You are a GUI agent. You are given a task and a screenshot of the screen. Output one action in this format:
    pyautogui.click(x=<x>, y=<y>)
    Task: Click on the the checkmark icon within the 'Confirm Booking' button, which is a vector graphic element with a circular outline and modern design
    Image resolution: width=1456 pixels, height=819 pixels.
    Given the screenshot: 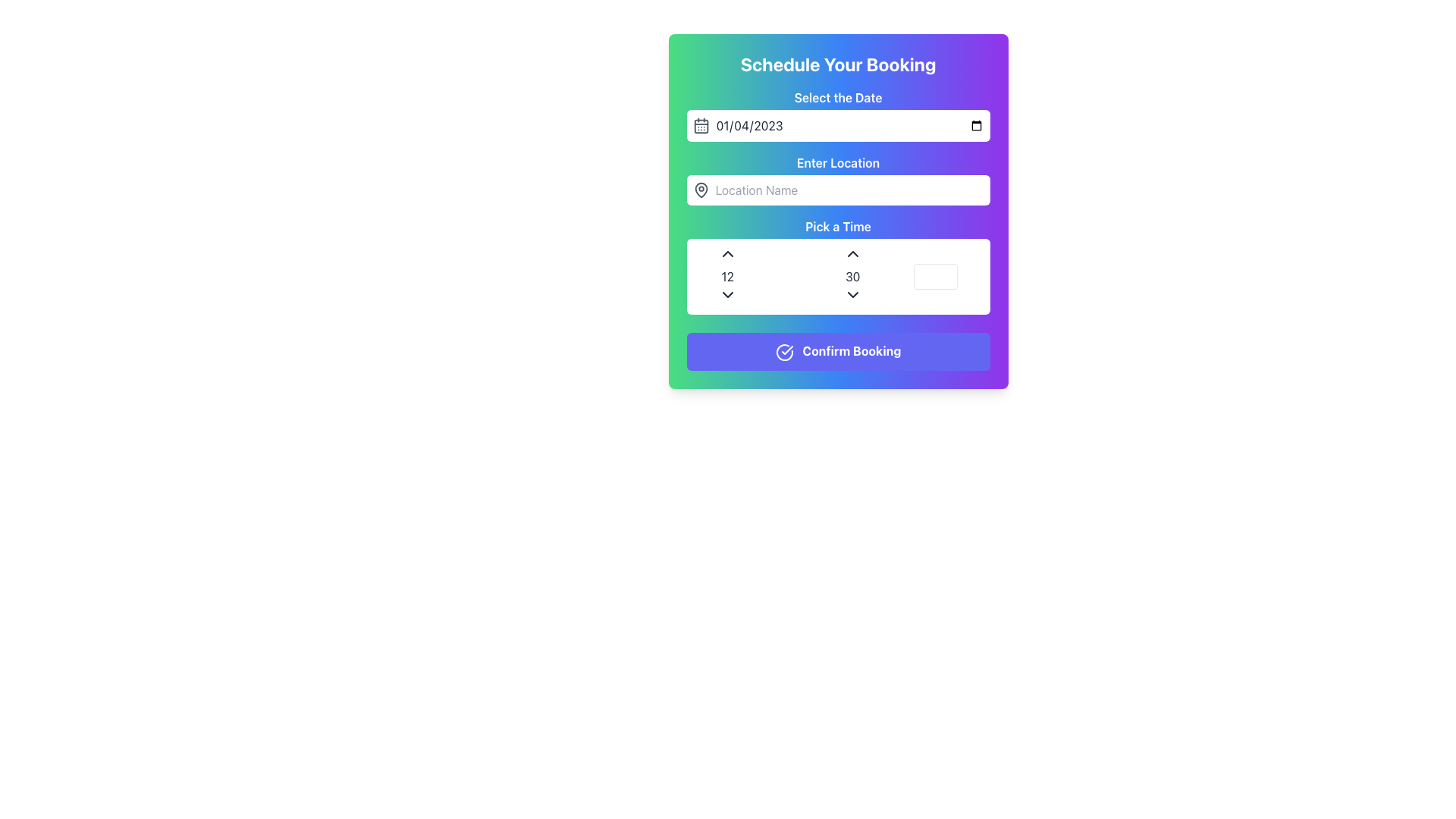 What is the action you would take?
    pyautogui.click(x=787, y=350)
    